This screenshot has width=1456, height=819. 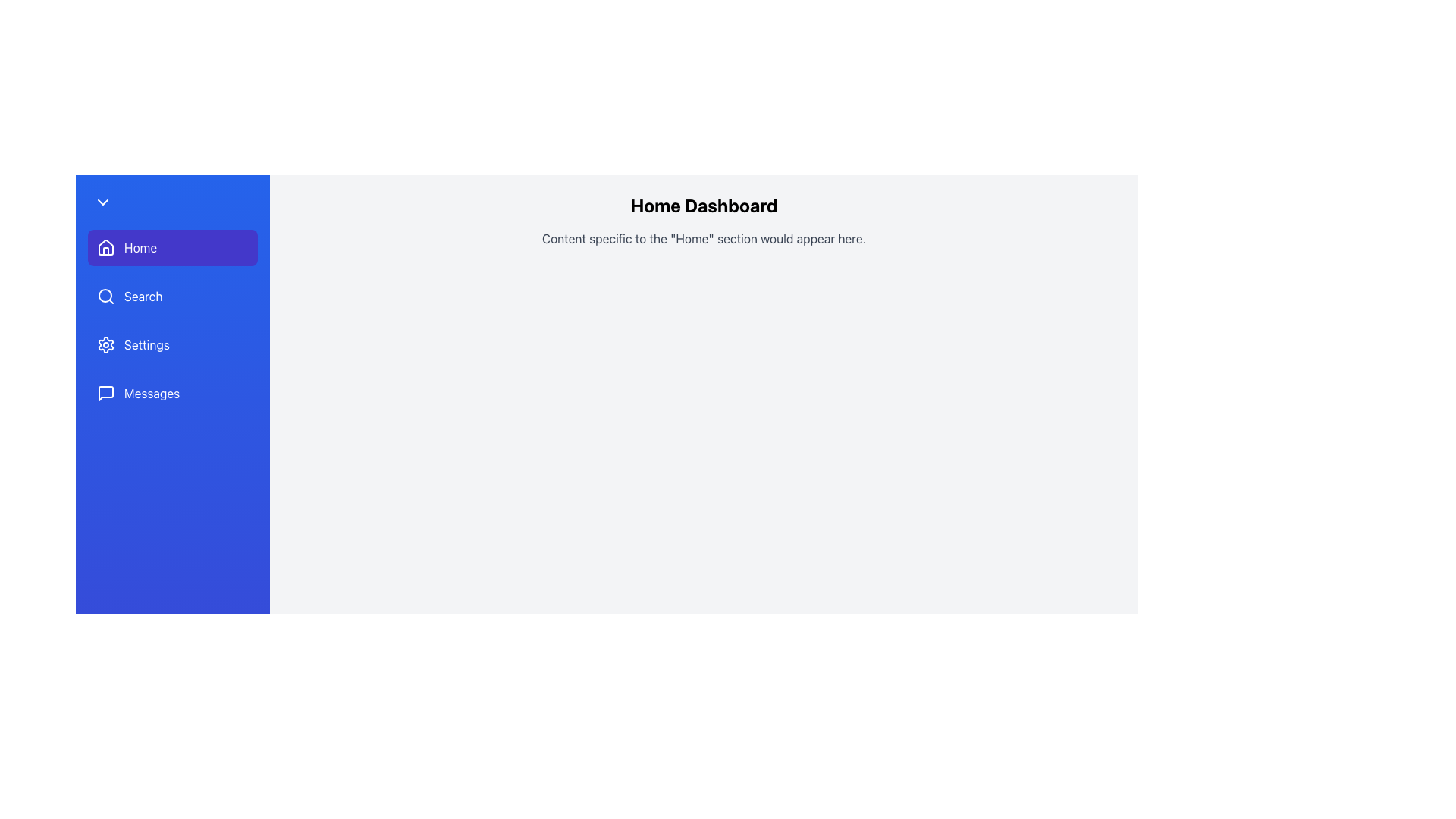 What do you see at coordinates (105, 393) in the screenshot?
I see `the small speech bubble icon located on the navigational sidebar within the 'Messages' menu, positioned to the left of the text label 'Messages.'` at bounding box center [105, 393].